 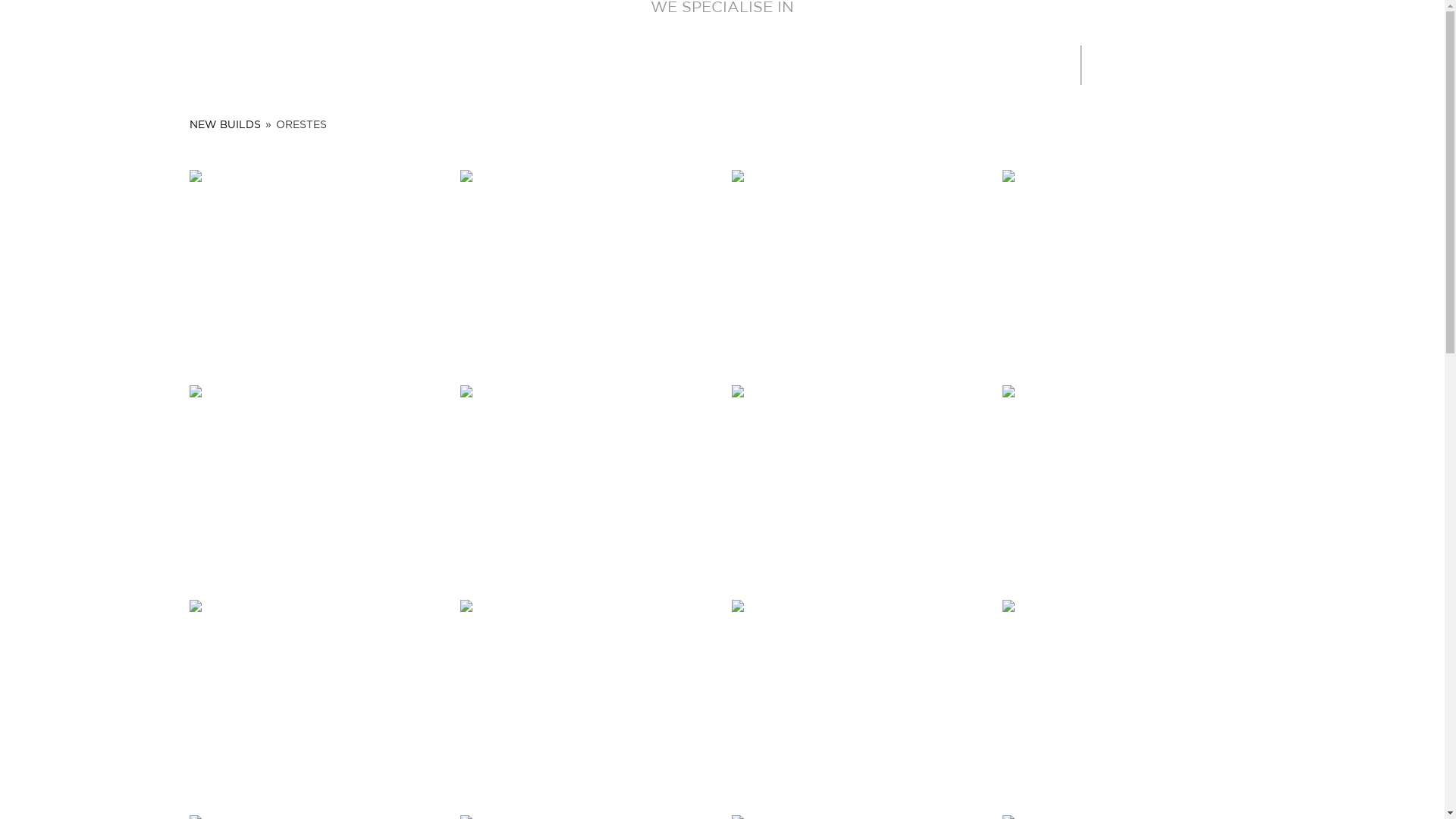 I want to click on 'CONTACT', so click(x=932, y=62).